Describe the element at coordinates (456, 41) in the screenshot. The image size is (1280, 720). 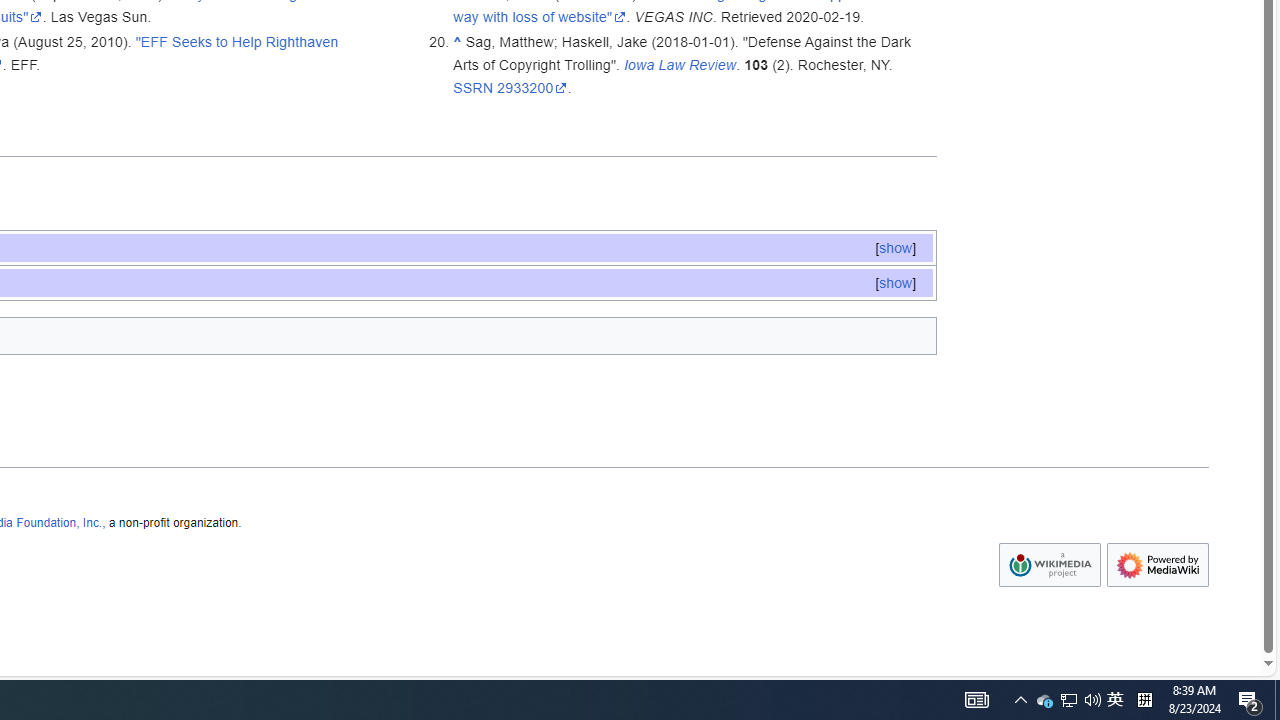
I see `'Jump up'` at that location.